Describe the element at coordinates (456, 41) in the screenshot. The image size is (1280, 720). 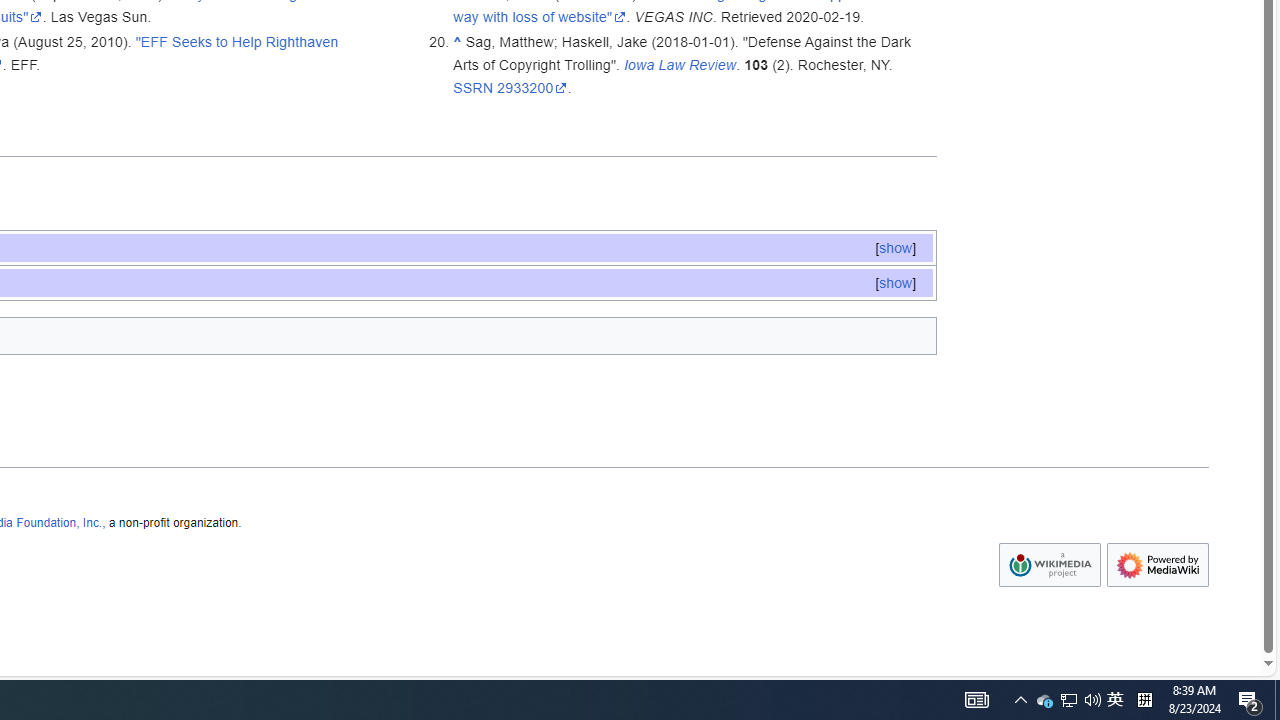
I see `'Jump up'` at that location.